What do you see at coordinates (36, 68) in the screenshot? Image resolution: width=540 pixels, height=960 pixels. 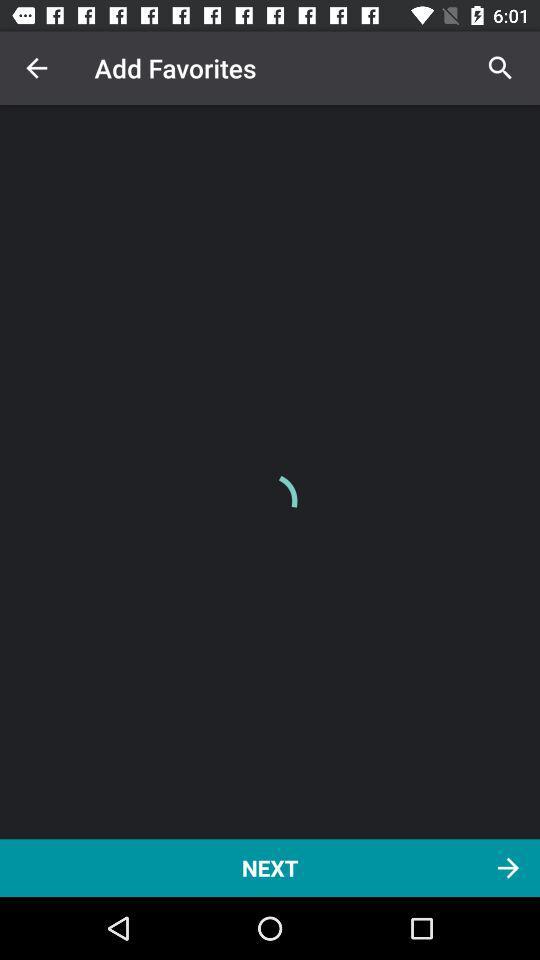 I see `the item next to the add favorites` at bounding box center [36, 68].